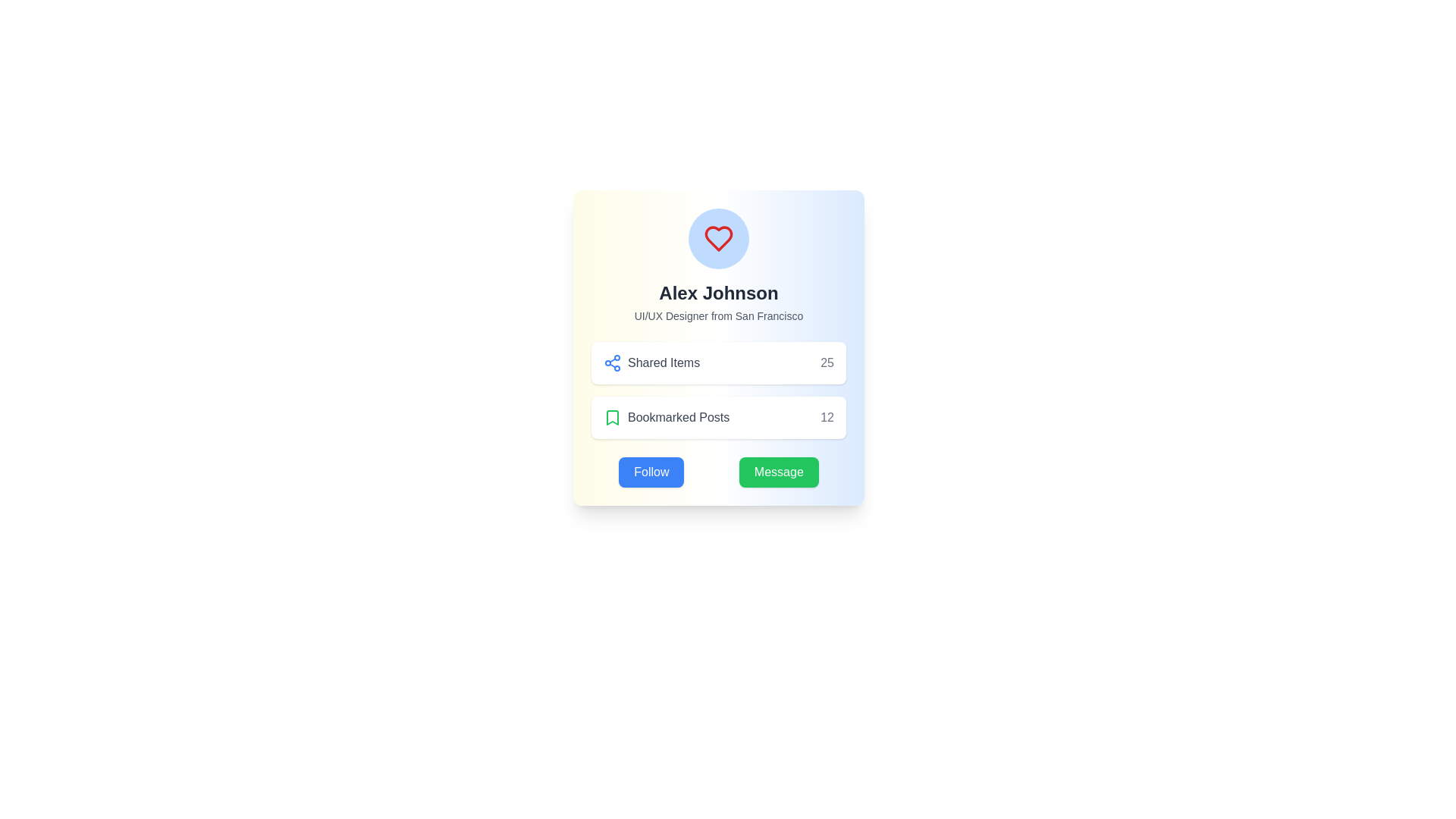  Describe the element at coordinates (612, 418) in the screenshot. I see `the bookmark icon located to the left of the 'Bookmarked Posts' text label, which visually represents bookmarked content` at that location.